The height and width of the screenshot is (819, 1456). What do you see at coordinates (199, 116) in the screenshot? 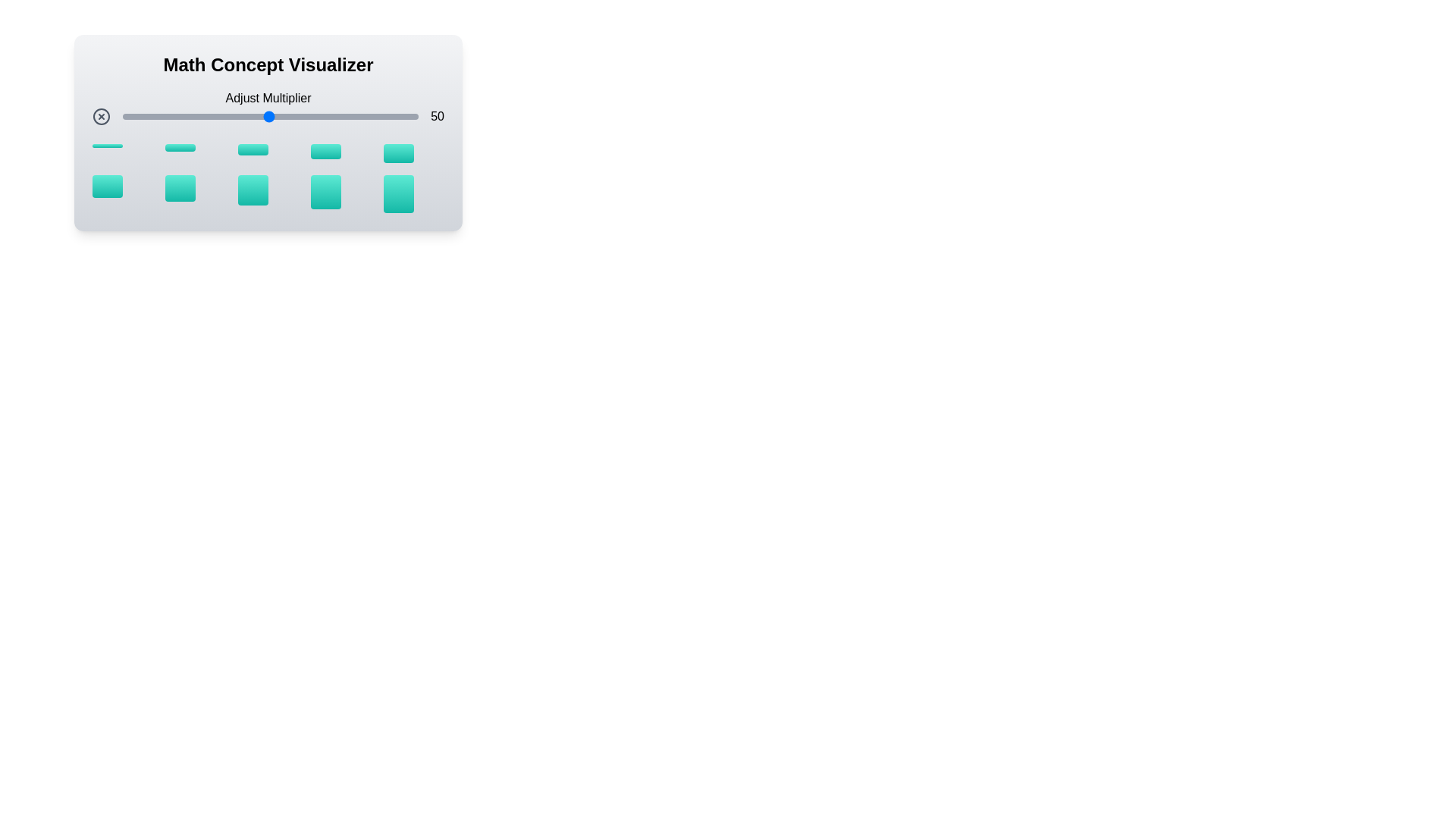
I see `the multiplier to 27 by adjusting the slider` at bounding box center [199, 116].